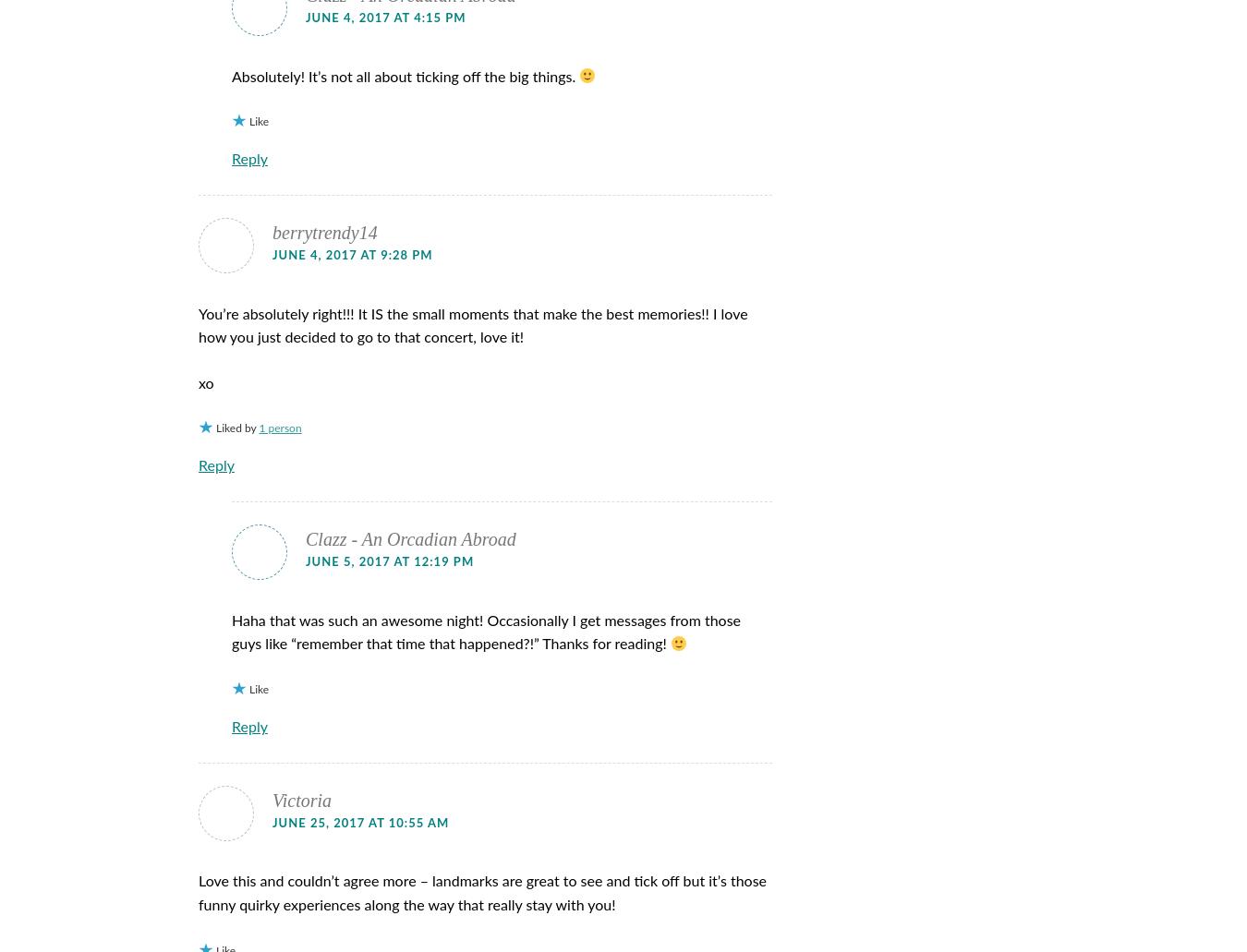  What do you see at coordinates (206, 382) in the screenshot?
I see `'xo'` at bounding box center [206, 382].